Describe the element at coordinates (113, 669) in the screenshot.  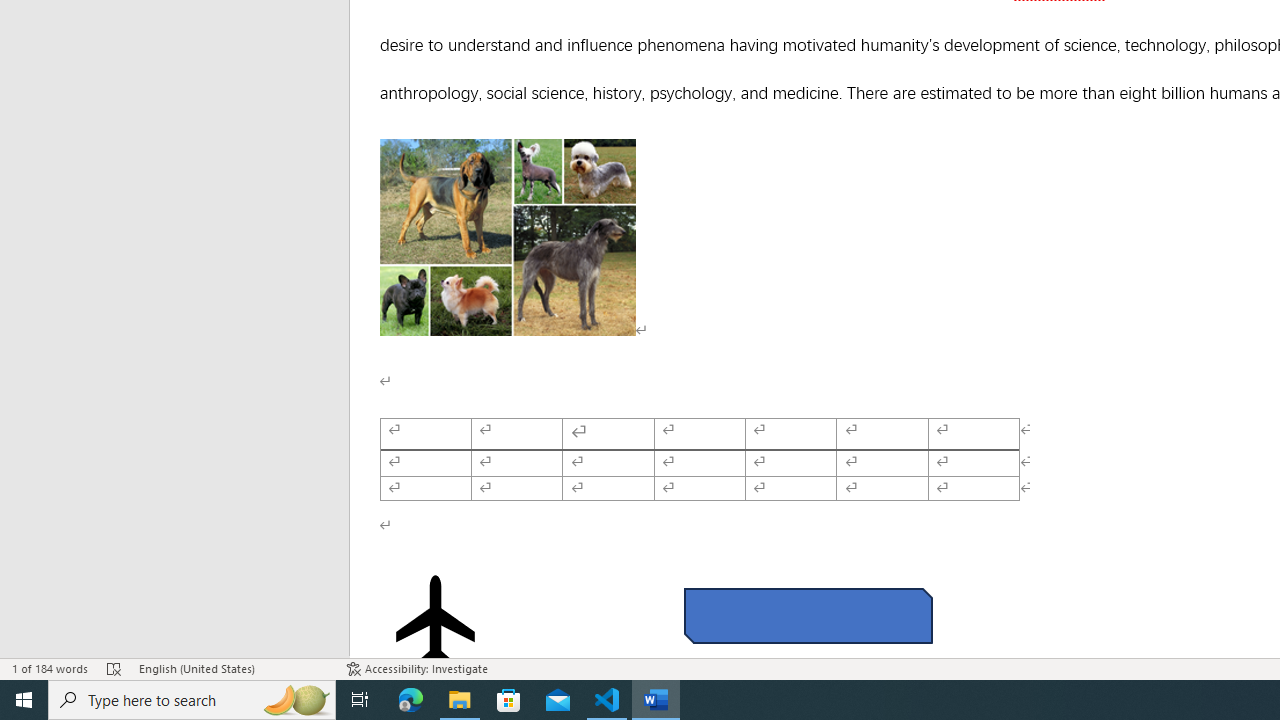
I see `'Spelling and Grammar Check Errors'` at that location.